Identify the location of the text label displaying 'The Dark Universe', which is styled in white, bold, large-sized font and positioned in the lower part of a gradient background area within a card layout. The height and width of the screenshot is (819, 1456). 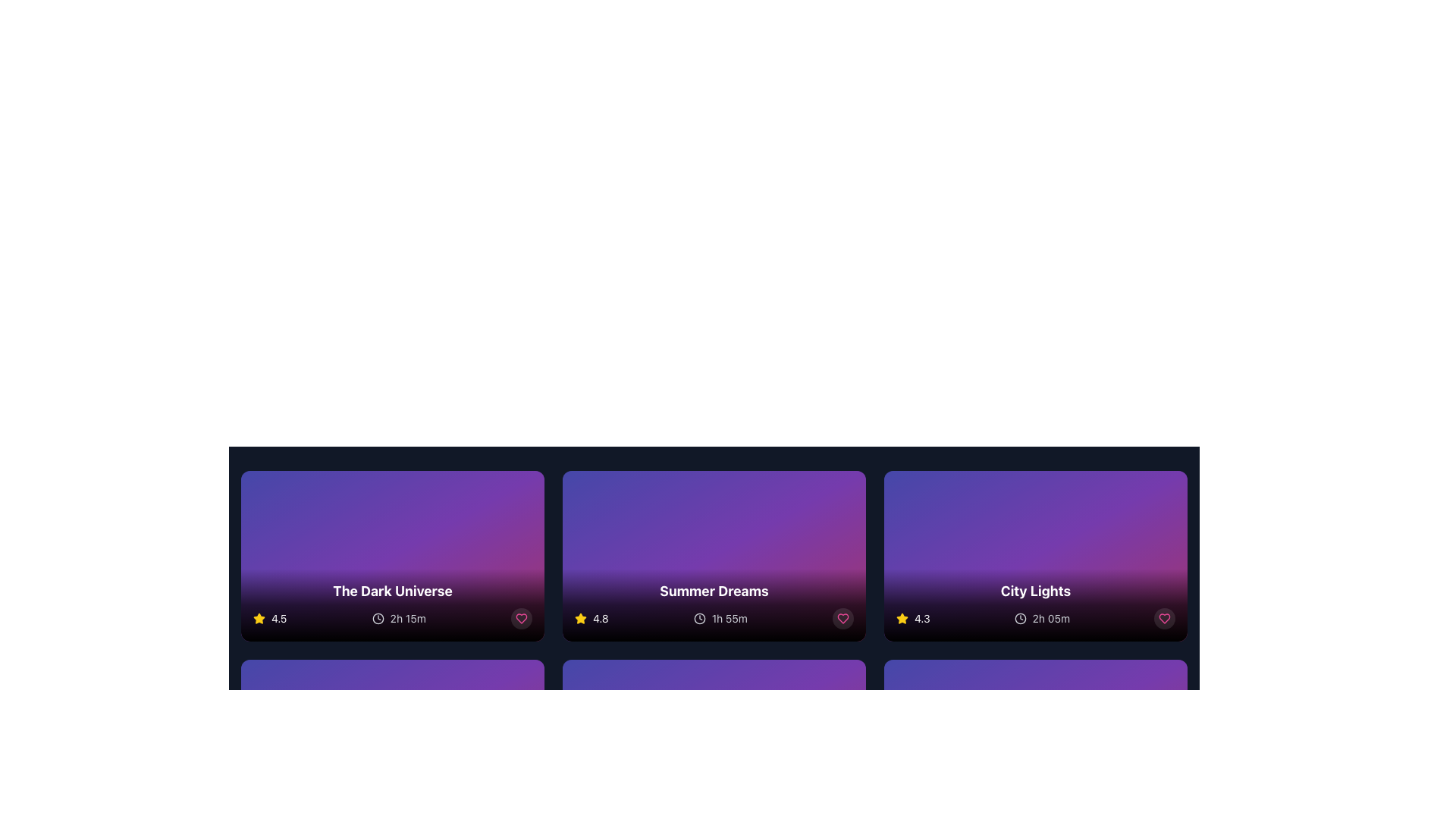
(393, 590).